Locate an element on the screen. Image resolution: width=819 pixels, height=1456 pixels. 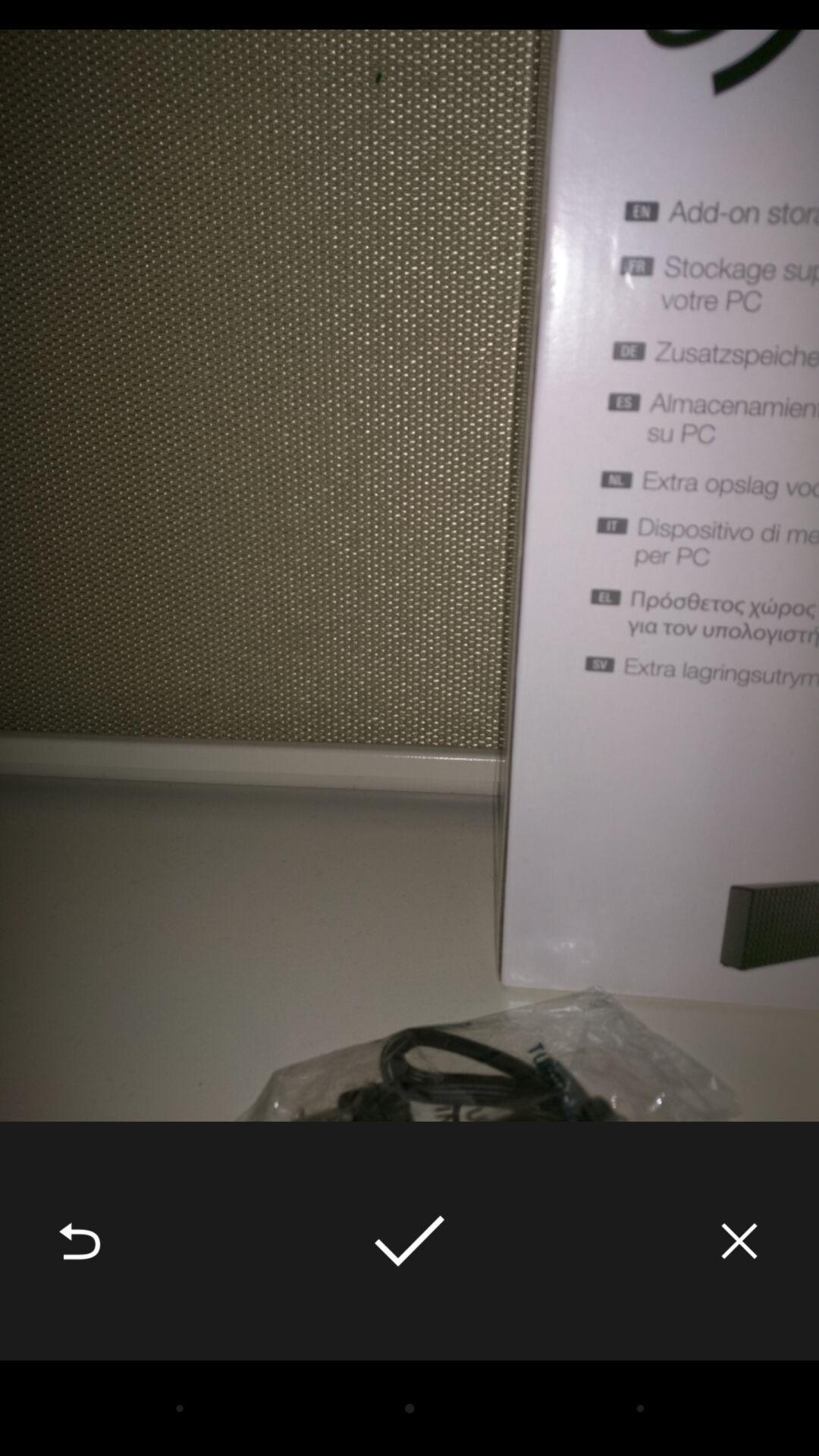
the icon at the bottom right corner is located at coordinates (739, 1241).